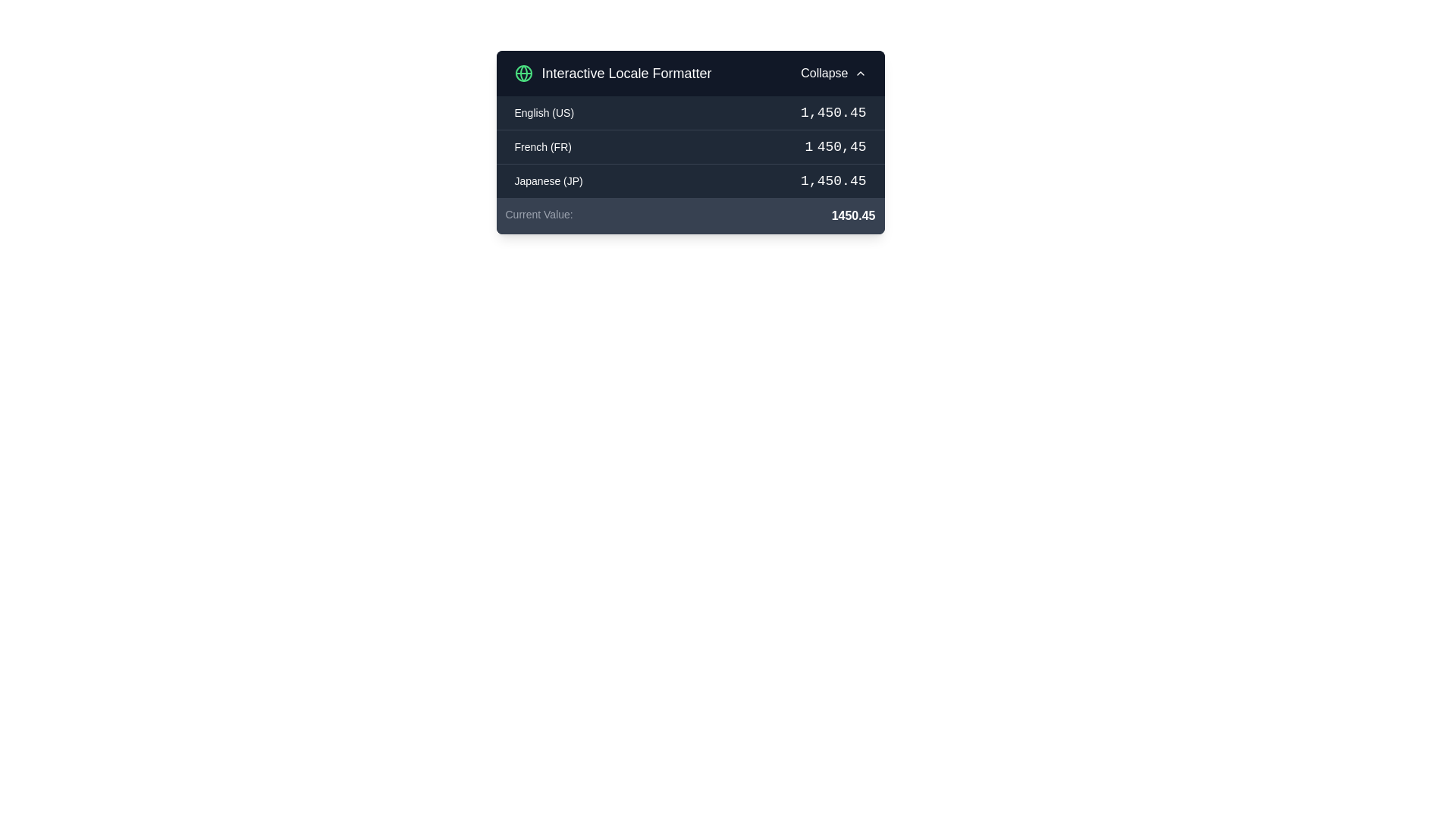 The width and height of the screenshot is (1456, 819). Describe the element at coordinates (824, 73) in the screenshot. I see `the text label that indicates the dropdown menu can be collapsed, located at the top-right segment of the dropdown menu widget, to the left of the upward-pointing chevron icon` at that location.